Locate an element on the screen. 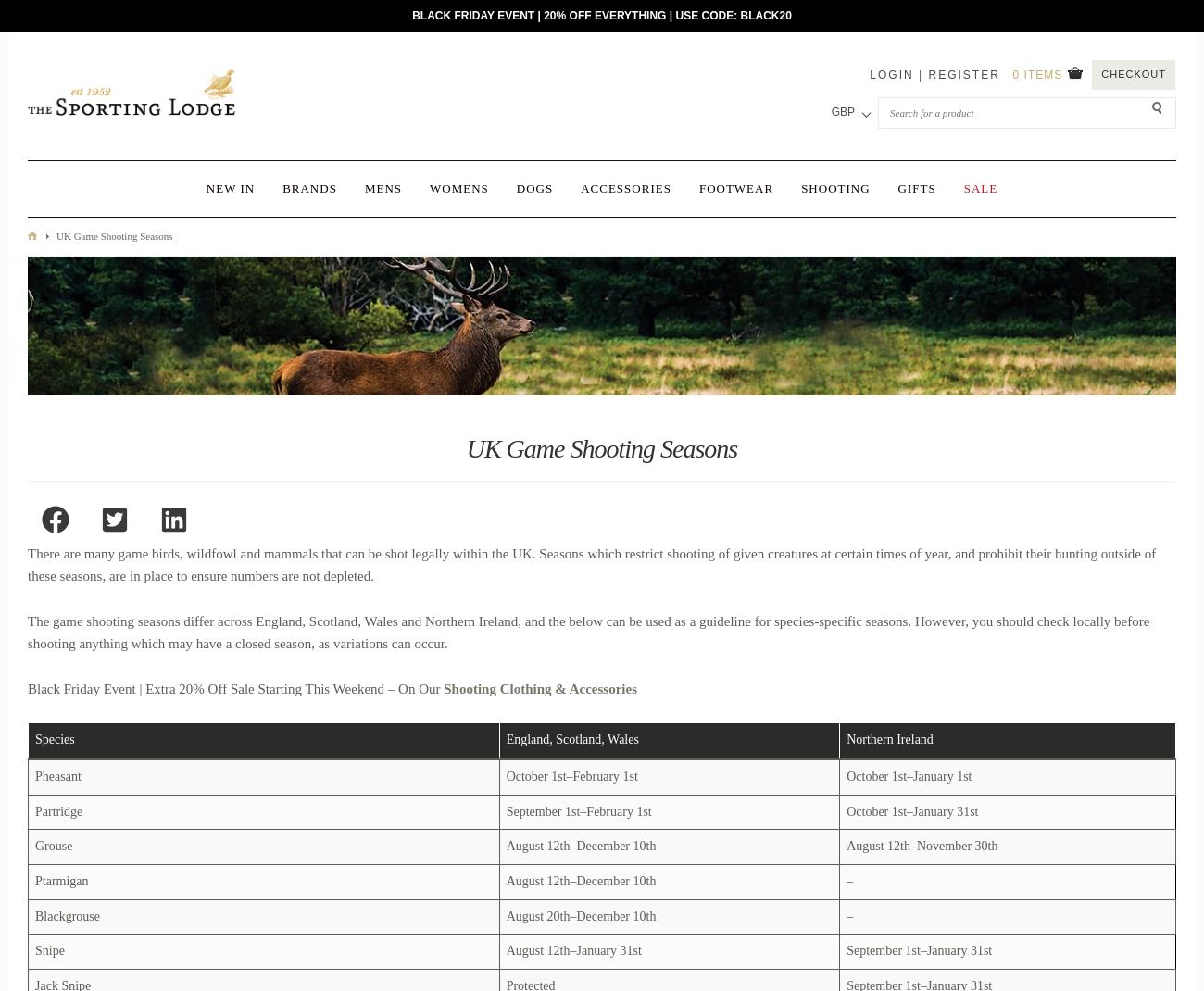  'Womens' is located at coordinates (458, 187).